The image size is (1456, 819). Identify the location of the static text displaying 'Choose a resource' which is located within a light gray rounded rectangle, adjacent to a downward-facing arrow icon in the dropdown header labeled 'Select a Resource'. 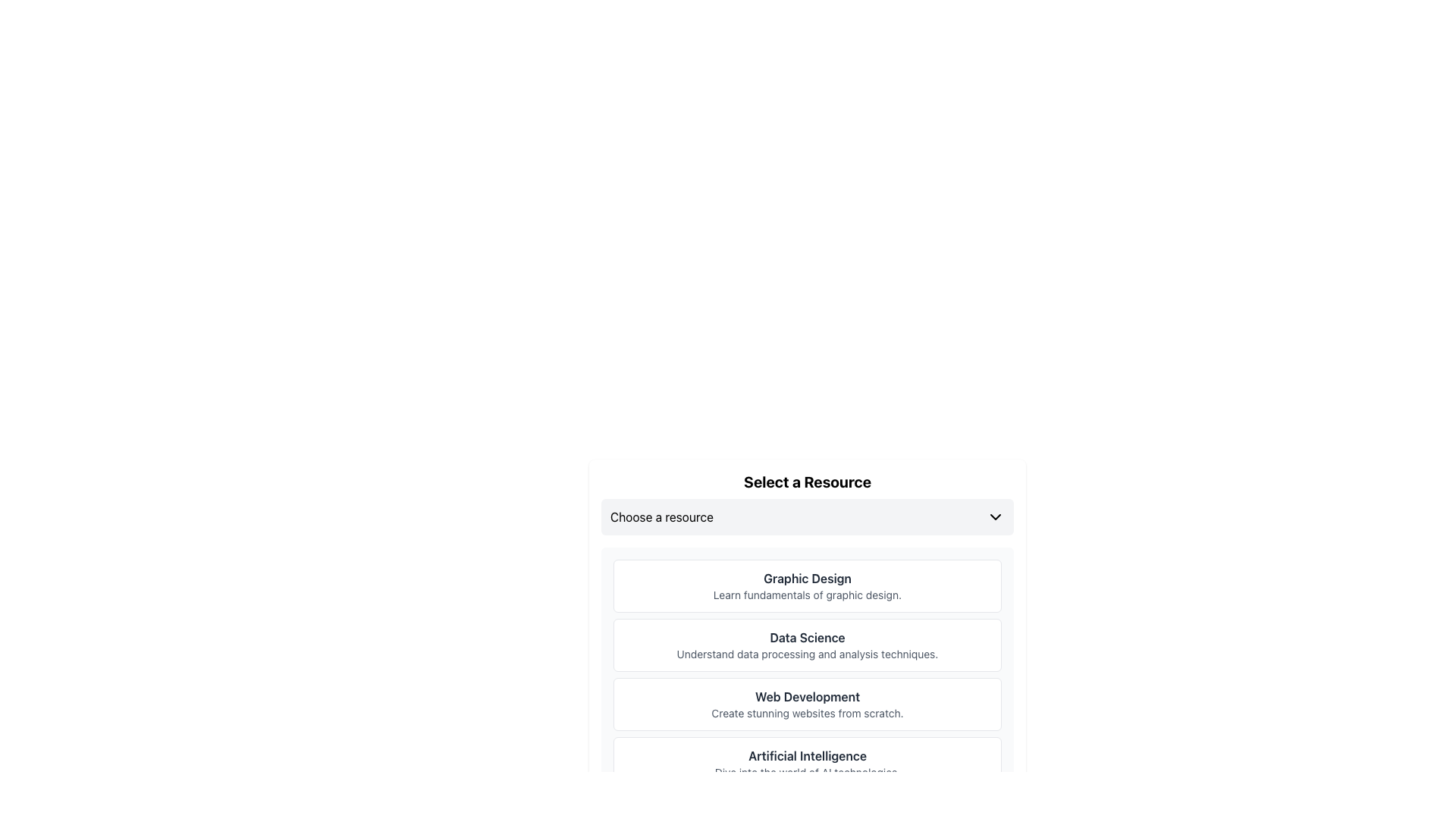
(662, 516).